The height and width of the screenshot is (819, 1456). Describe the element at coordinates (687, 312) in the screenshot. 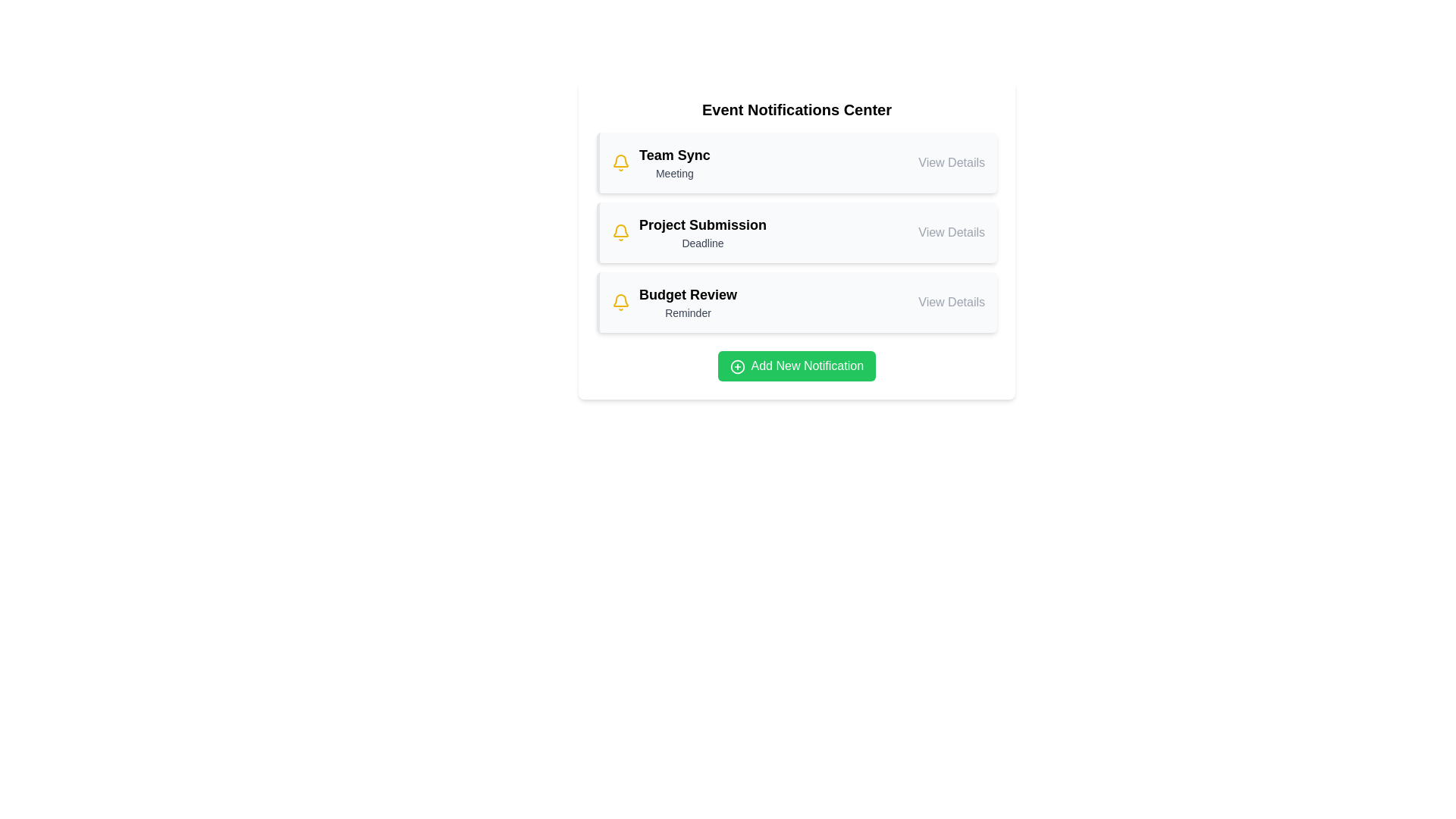

I see `the text label 'Reminder' which is styled in a small gray font and located below 'Budget Review' in the notifications list` at that location.